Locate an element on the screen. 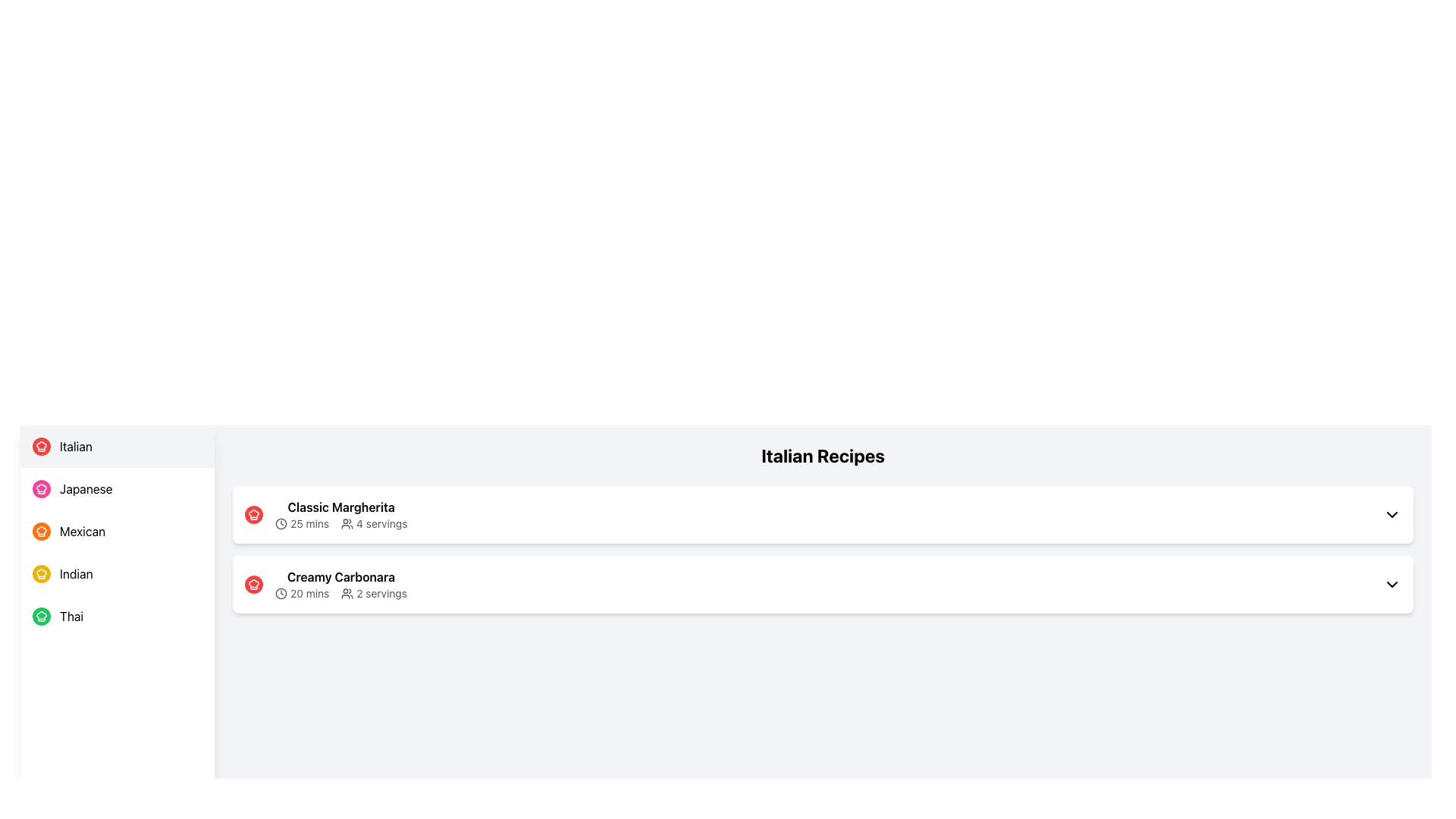 This screenshot has height=819, width=1456. the text-based informational component displaying '25 mins' and '4 servings' beneath the title 'Classic Margherita' in the 'Italian Recipes' section is located at coordinates (340, 522).